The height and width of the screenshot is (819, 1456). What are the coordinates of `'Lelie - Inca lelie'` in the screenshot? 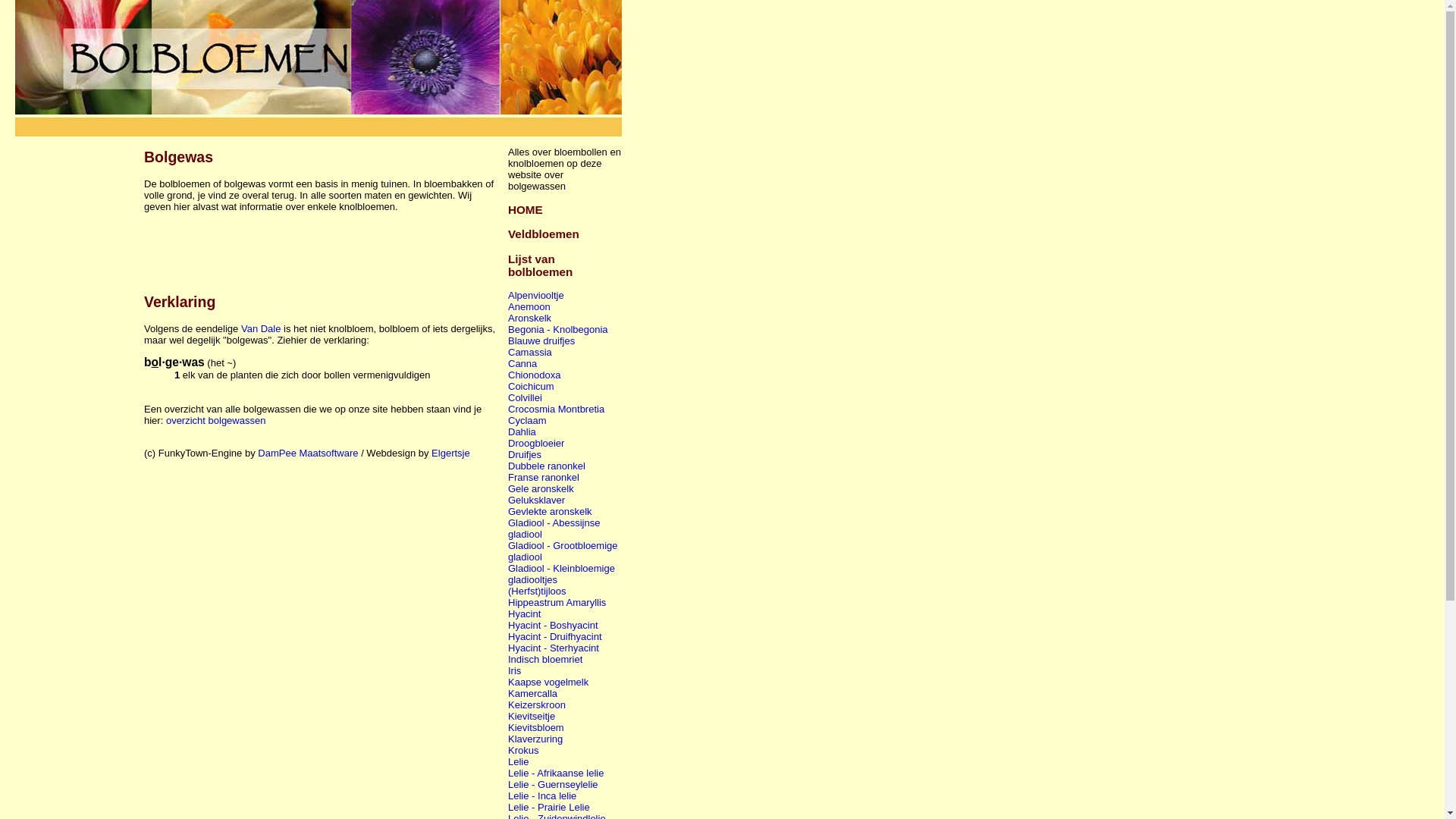 It's located at (542, 795).